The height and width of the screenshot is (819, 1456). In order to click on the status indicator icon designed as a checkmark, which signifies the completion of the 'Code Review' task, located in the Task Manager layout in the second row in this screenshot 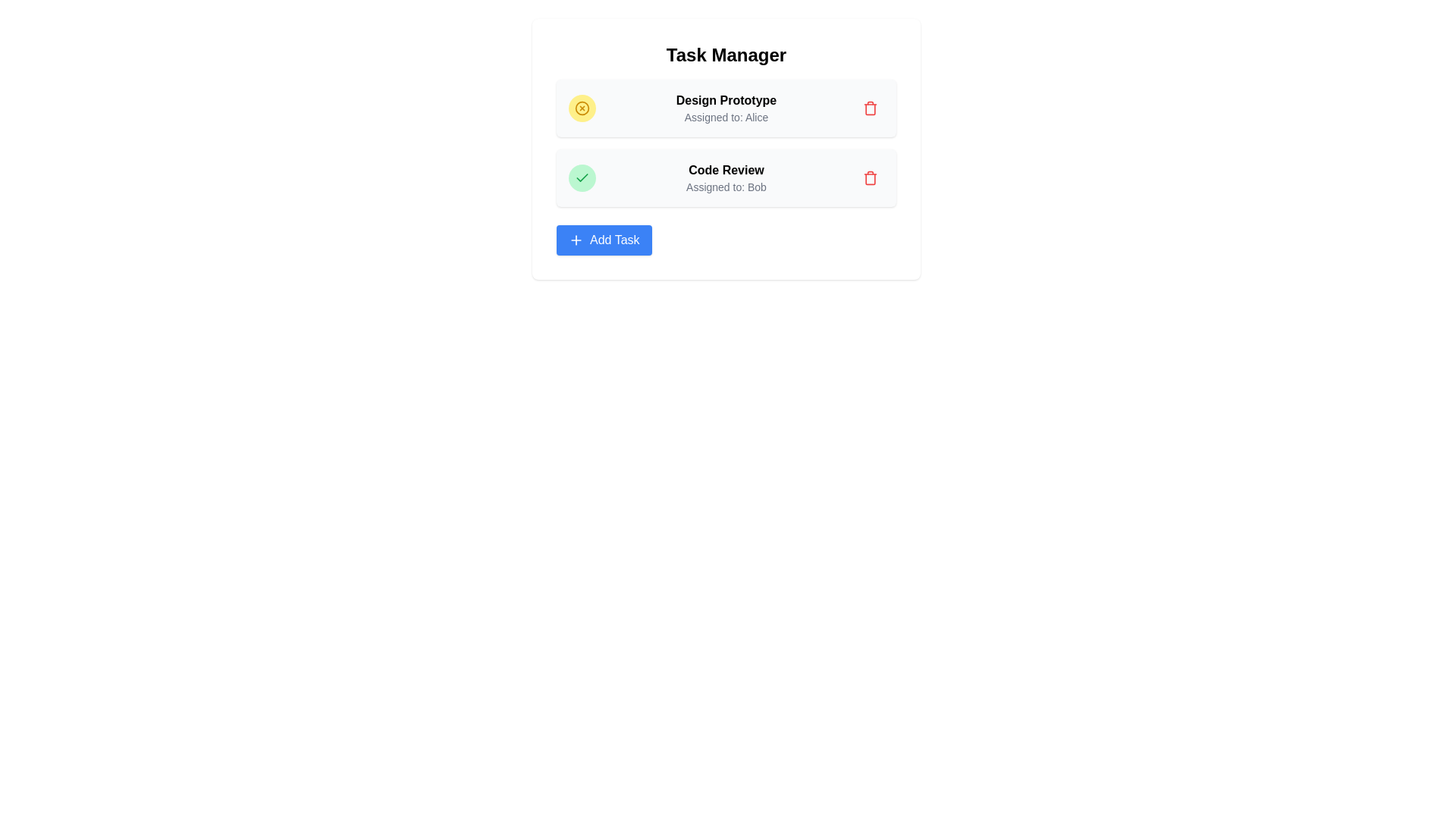, I will do `click(582, 177)`.